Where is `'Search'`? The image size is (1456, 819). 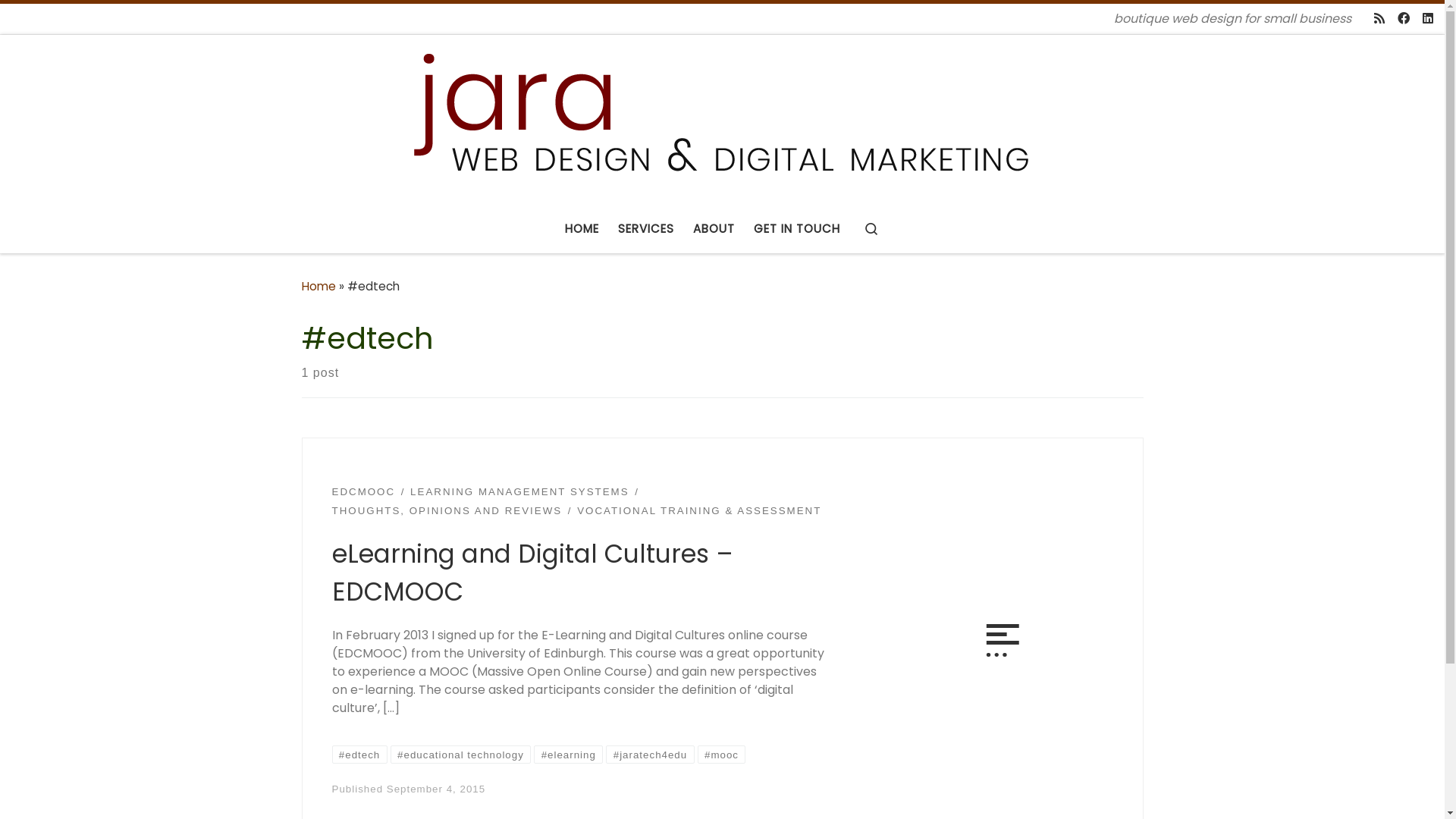
'Search' is located at coordinates (871, 229).